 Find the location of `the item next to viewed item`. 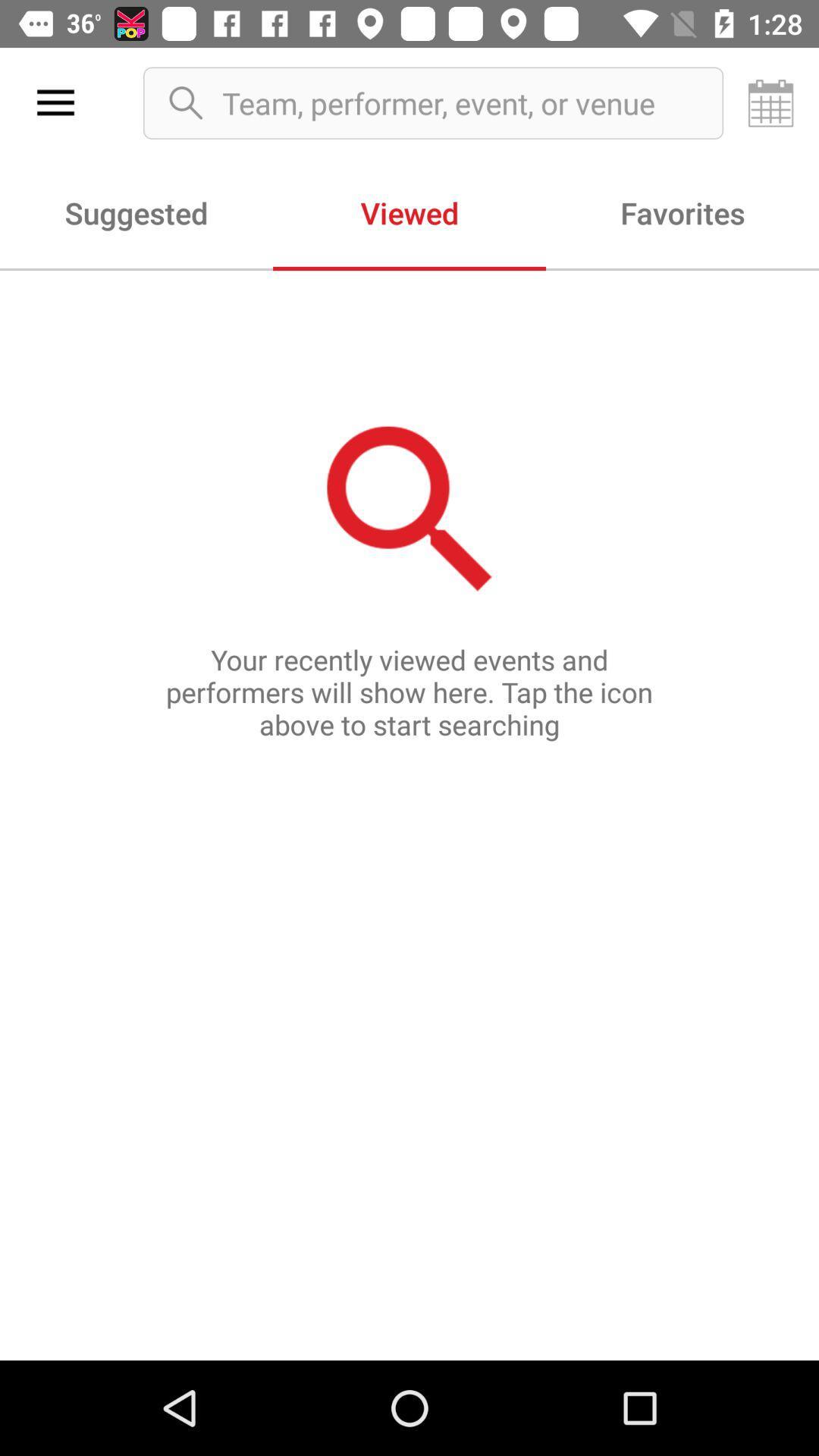

the item next to viewed item is located at coordinates (136, 212).